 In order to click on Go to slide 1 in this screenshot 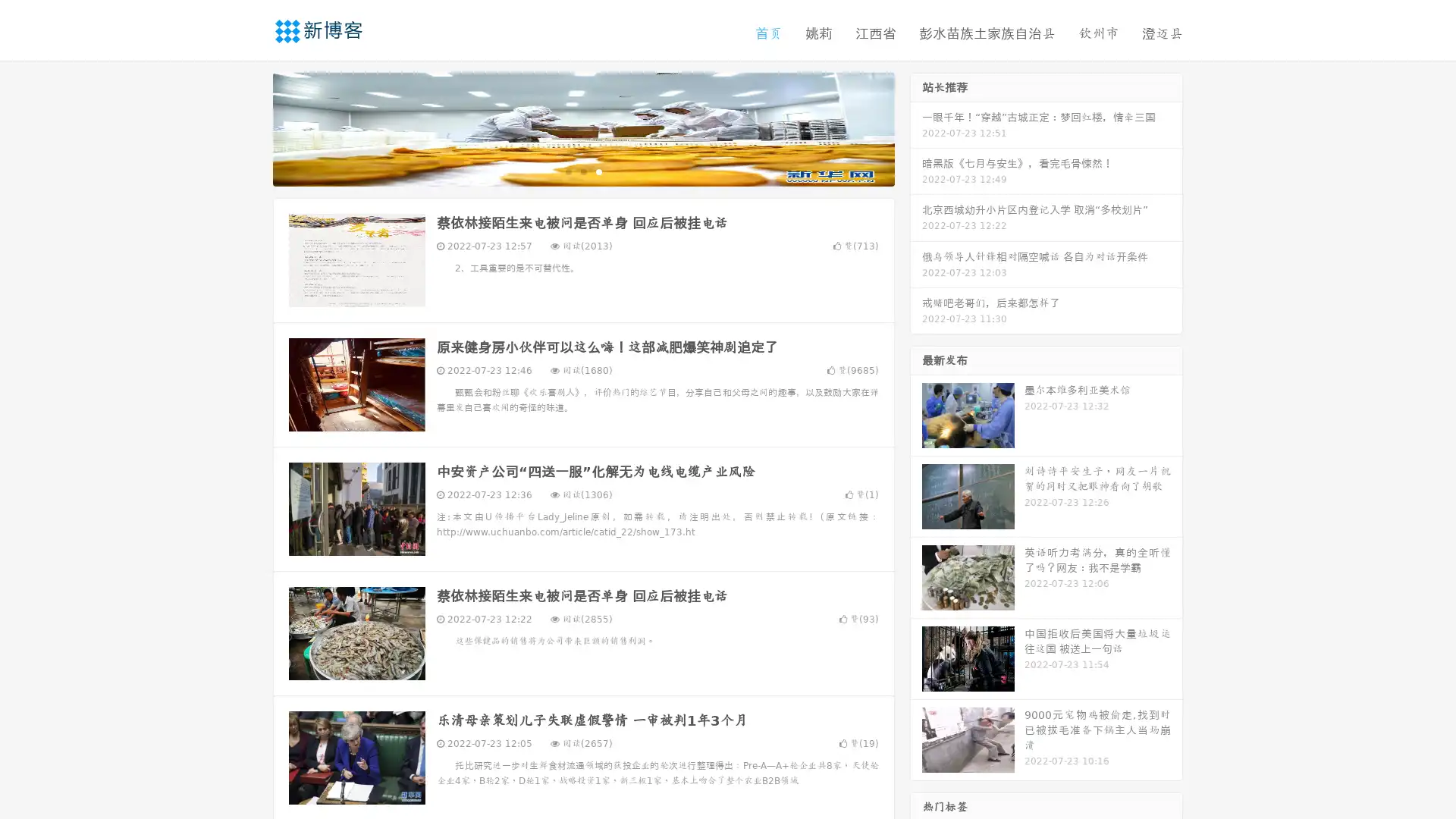, I will do `click(567, 171)`.